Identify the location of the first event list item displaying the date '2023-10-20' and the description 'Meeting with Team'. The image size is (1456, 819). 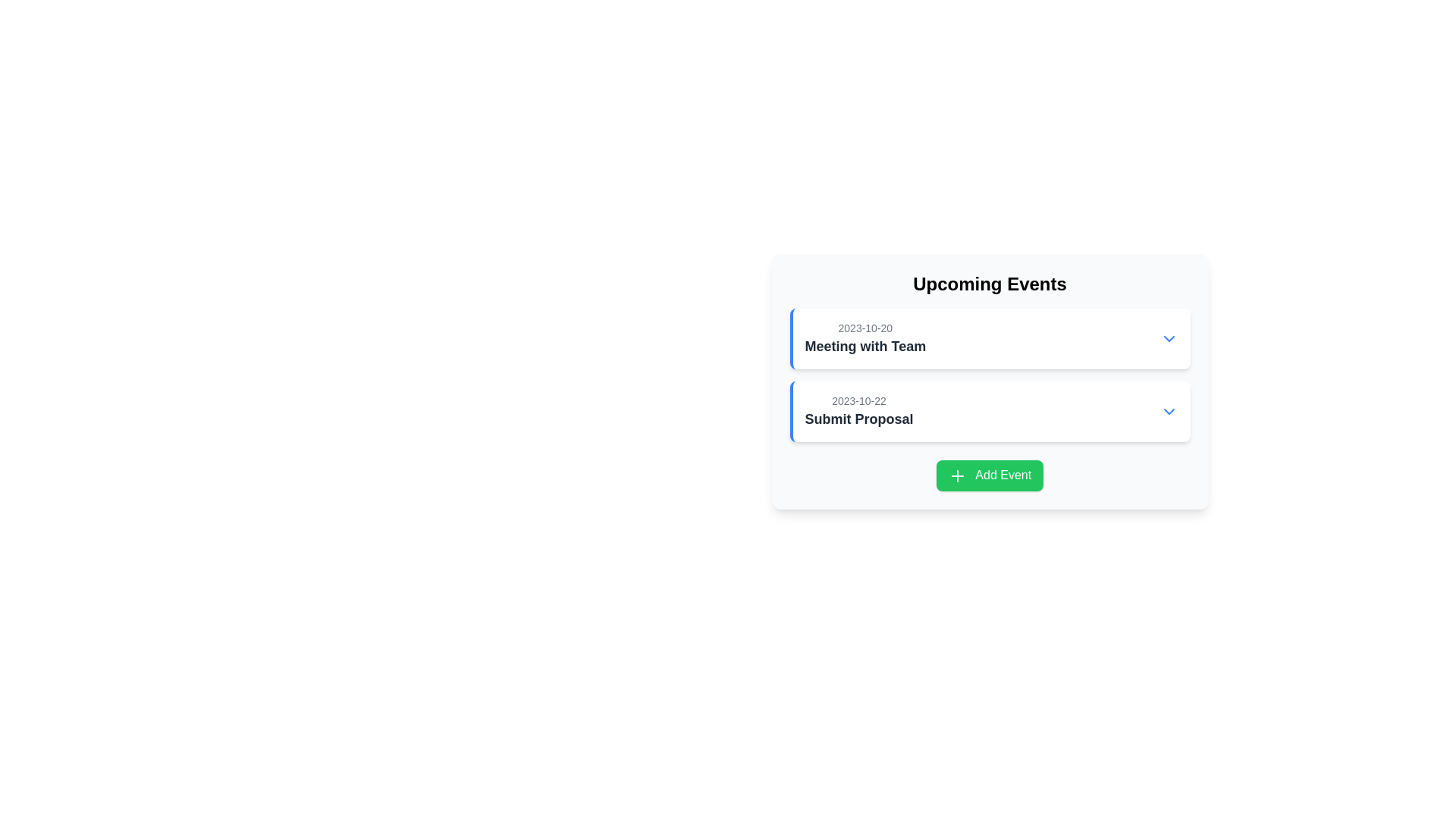
(865, 338).